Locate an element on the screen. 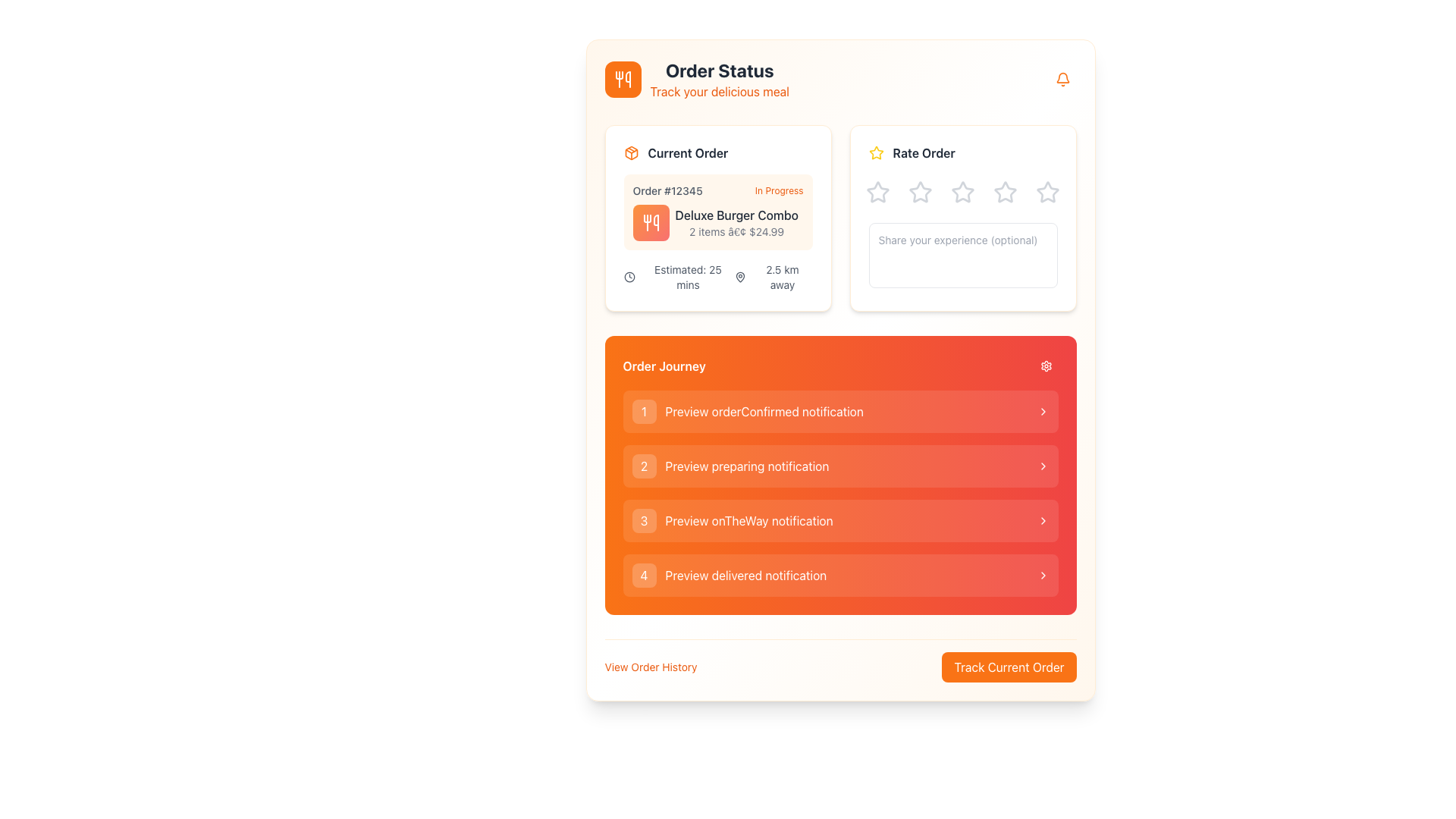  the first (leftmost) Rating Star in the 'Rate Order' section is located at coordinates (877, 192).